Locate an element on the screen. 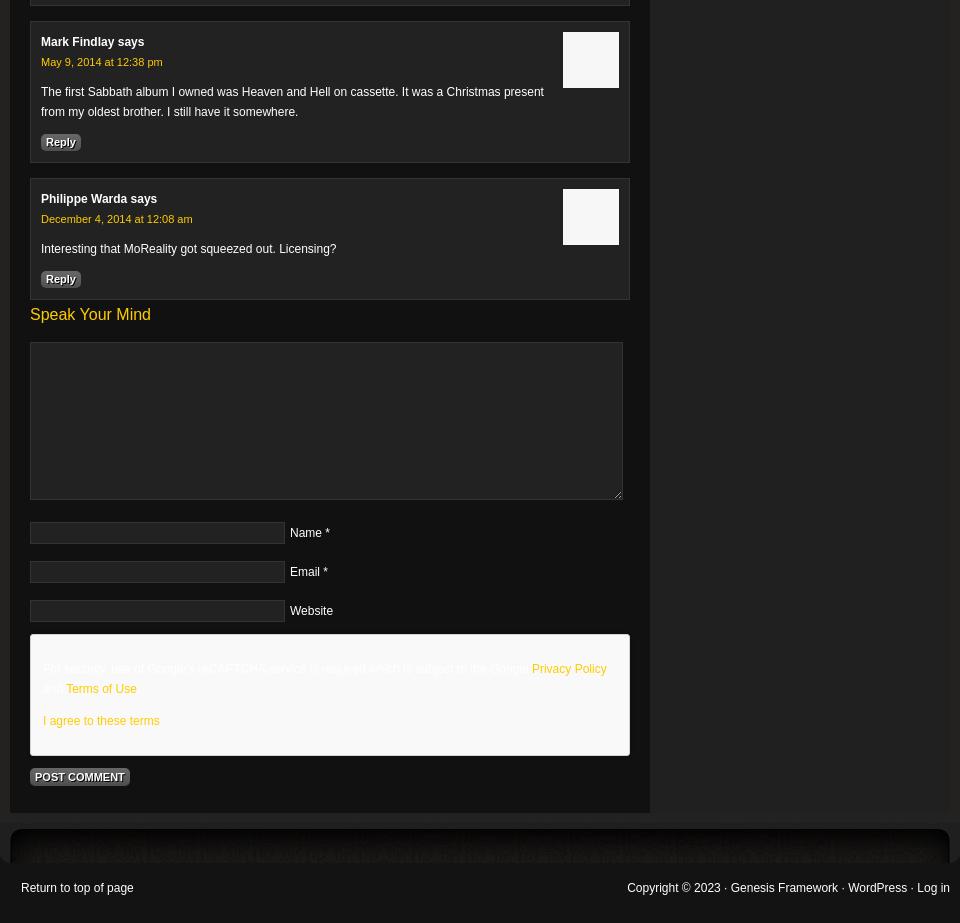  'Privacy Policy' is located at coordinates (568, 667).